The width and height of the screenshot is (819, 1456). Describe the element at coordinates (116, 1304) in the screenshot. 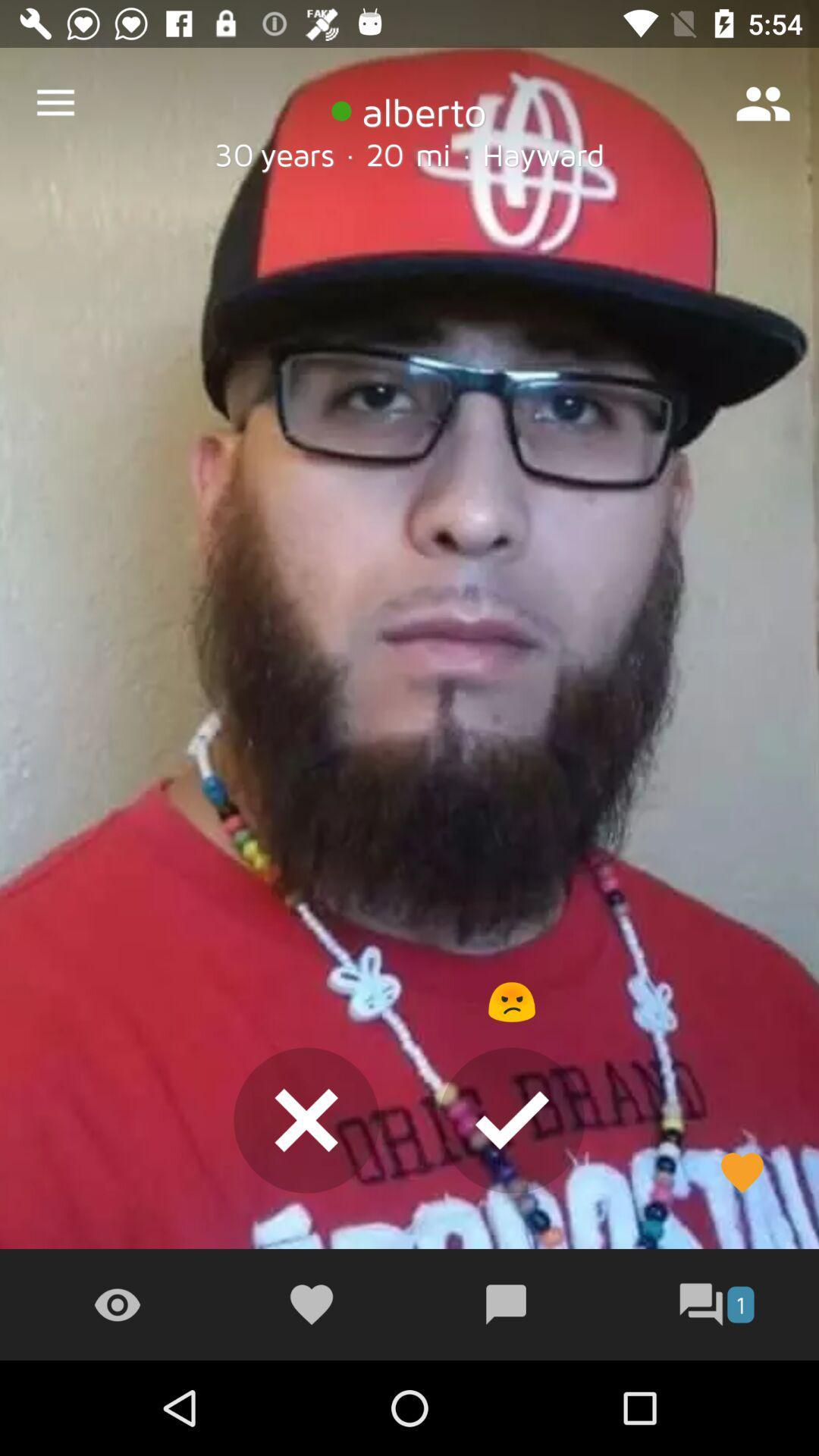

I see `tap the show icon just to the left of heart icon at the bottom` at that location.